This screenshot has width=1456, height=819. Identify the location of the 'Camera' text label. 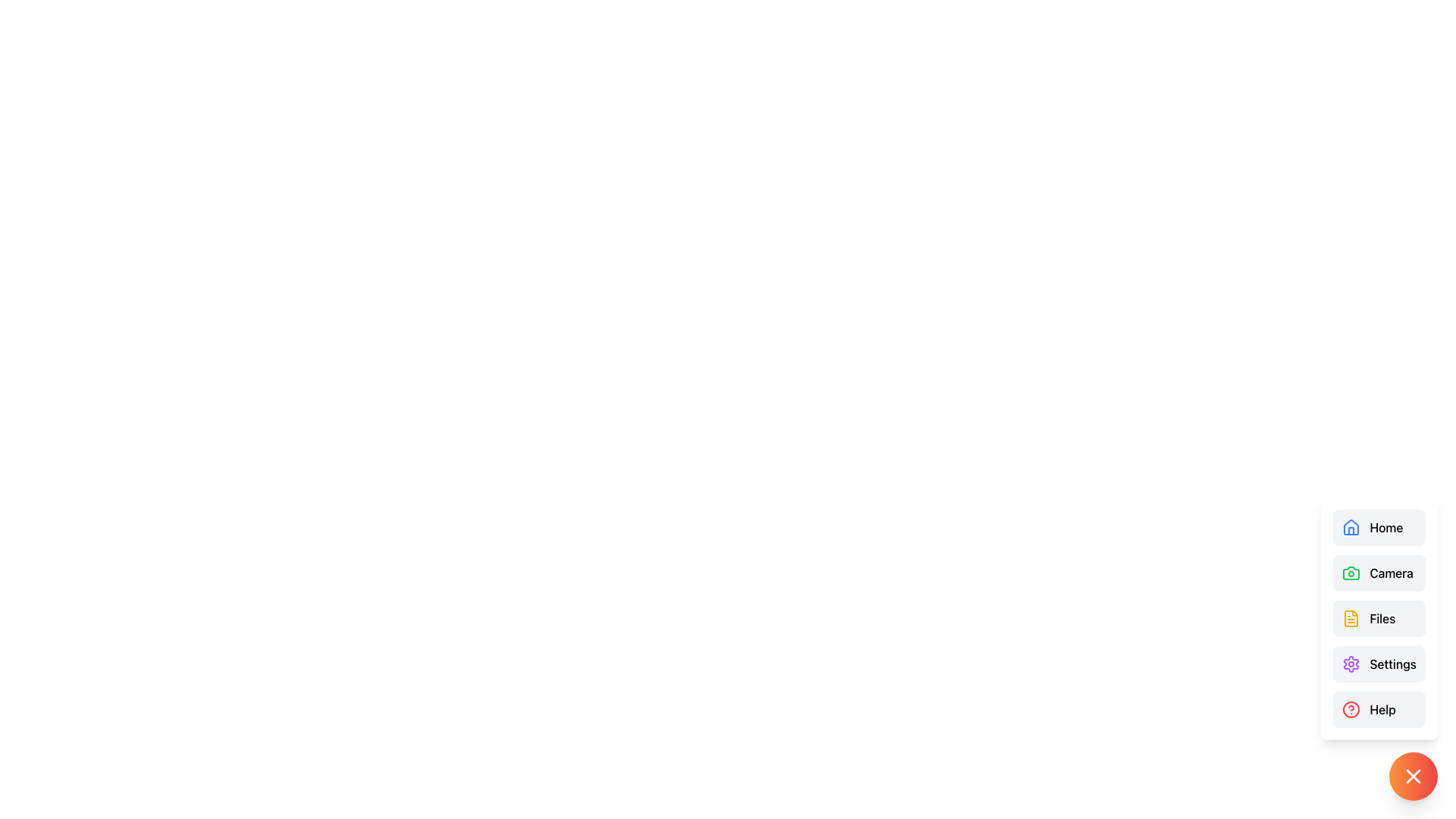
(1391, 573).